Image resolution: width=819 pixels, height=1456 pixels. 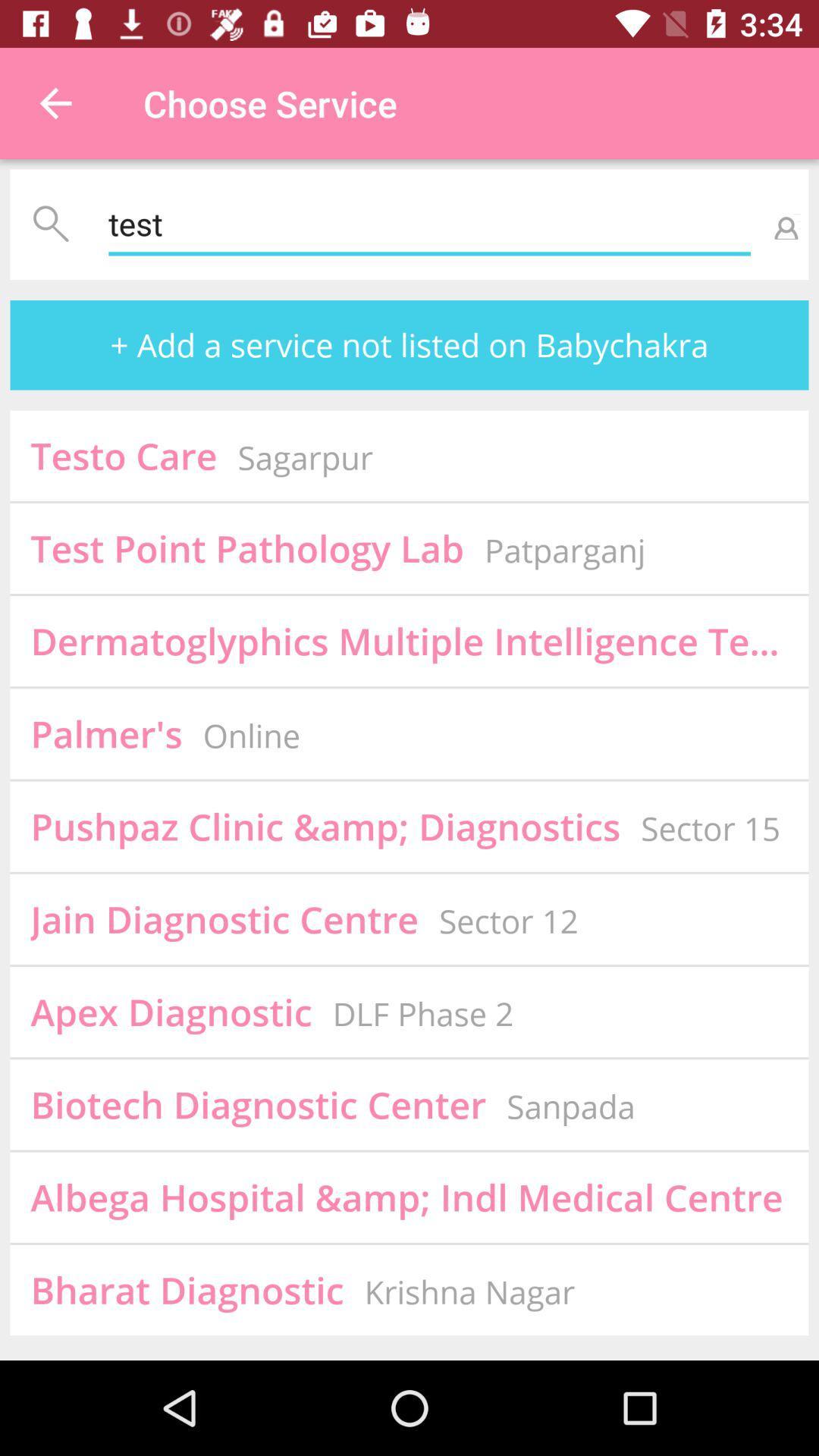 I want to click on the sector 15, so click(x=711, y=827).